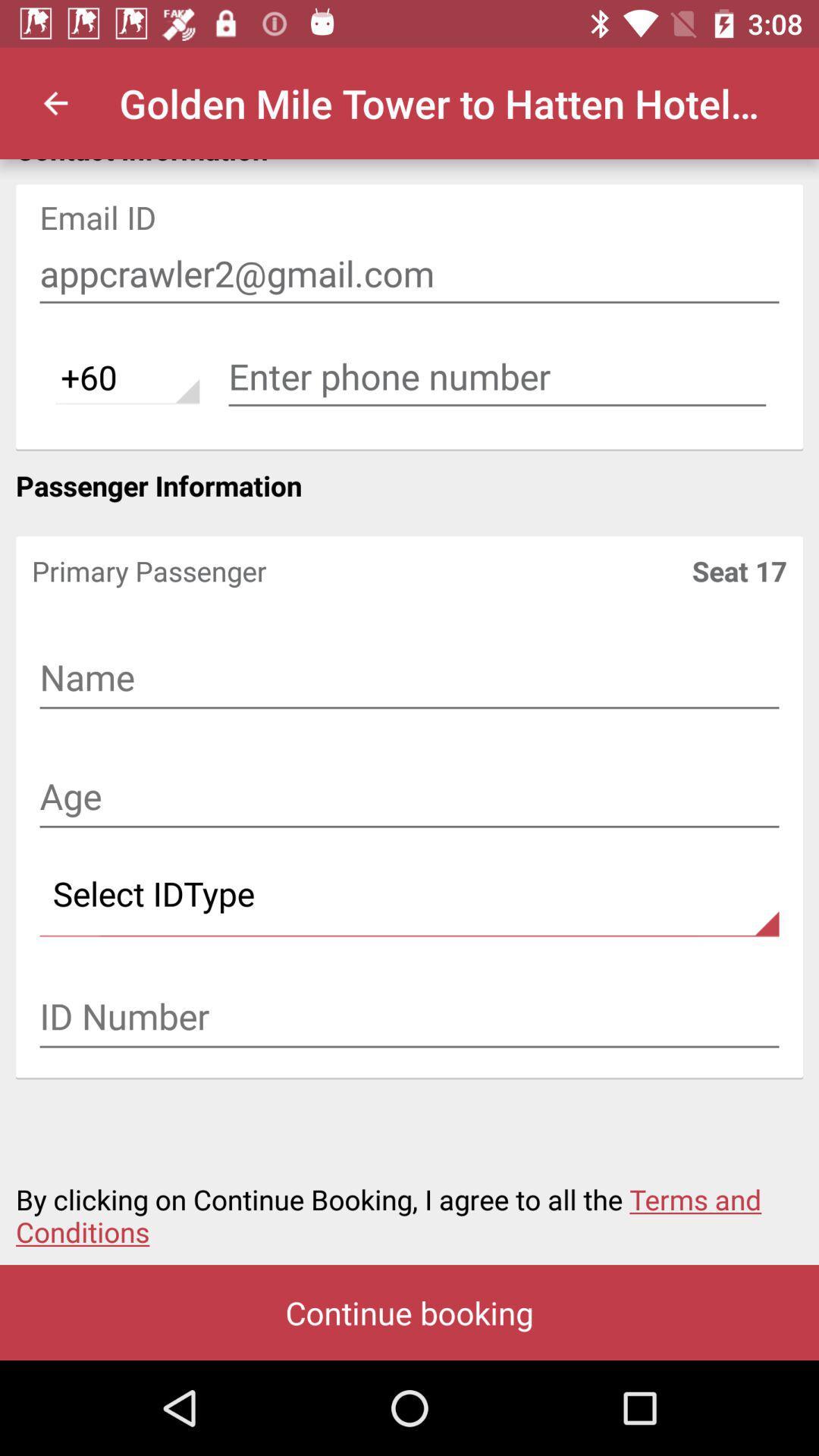  What do you see at coordinates (409, 1206) in the screenshot?
I see `the by clicking on icon` at bounding box center [409, 1206].